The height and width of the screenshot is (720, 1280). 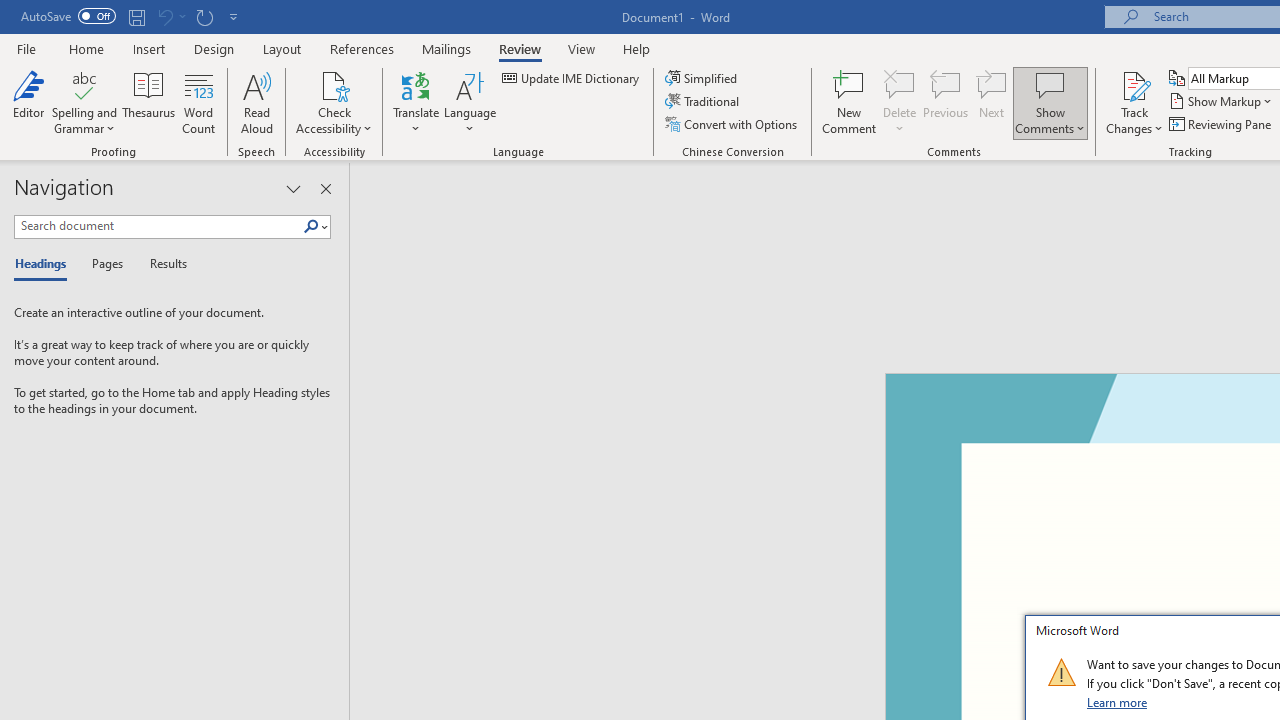 What do you see at coordinates (362, 48) in the screenshot?
I see `'References'` at bounding box center [362, 48].